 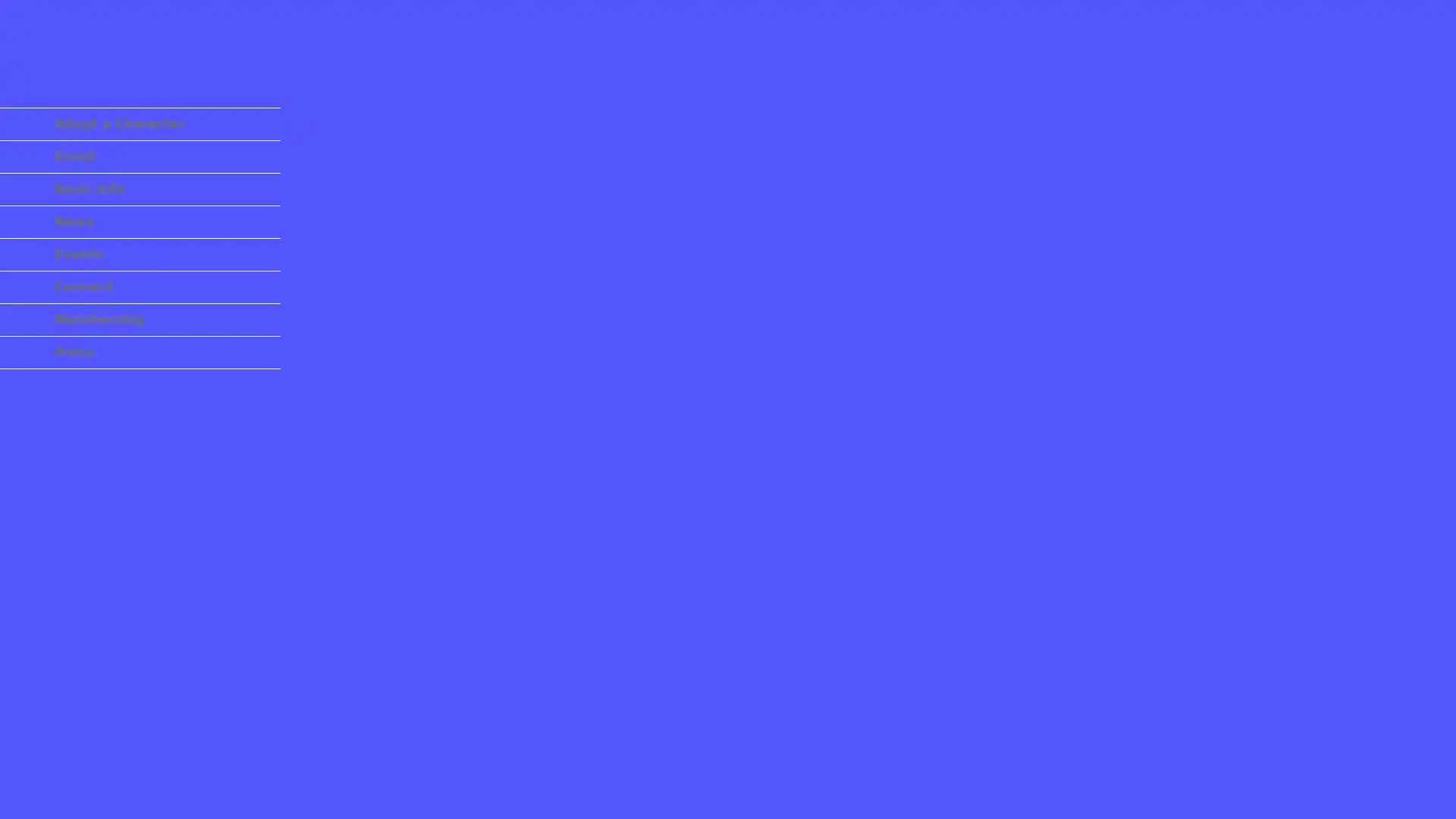 I want to click on U+1F600, so click(x=451, y=412).